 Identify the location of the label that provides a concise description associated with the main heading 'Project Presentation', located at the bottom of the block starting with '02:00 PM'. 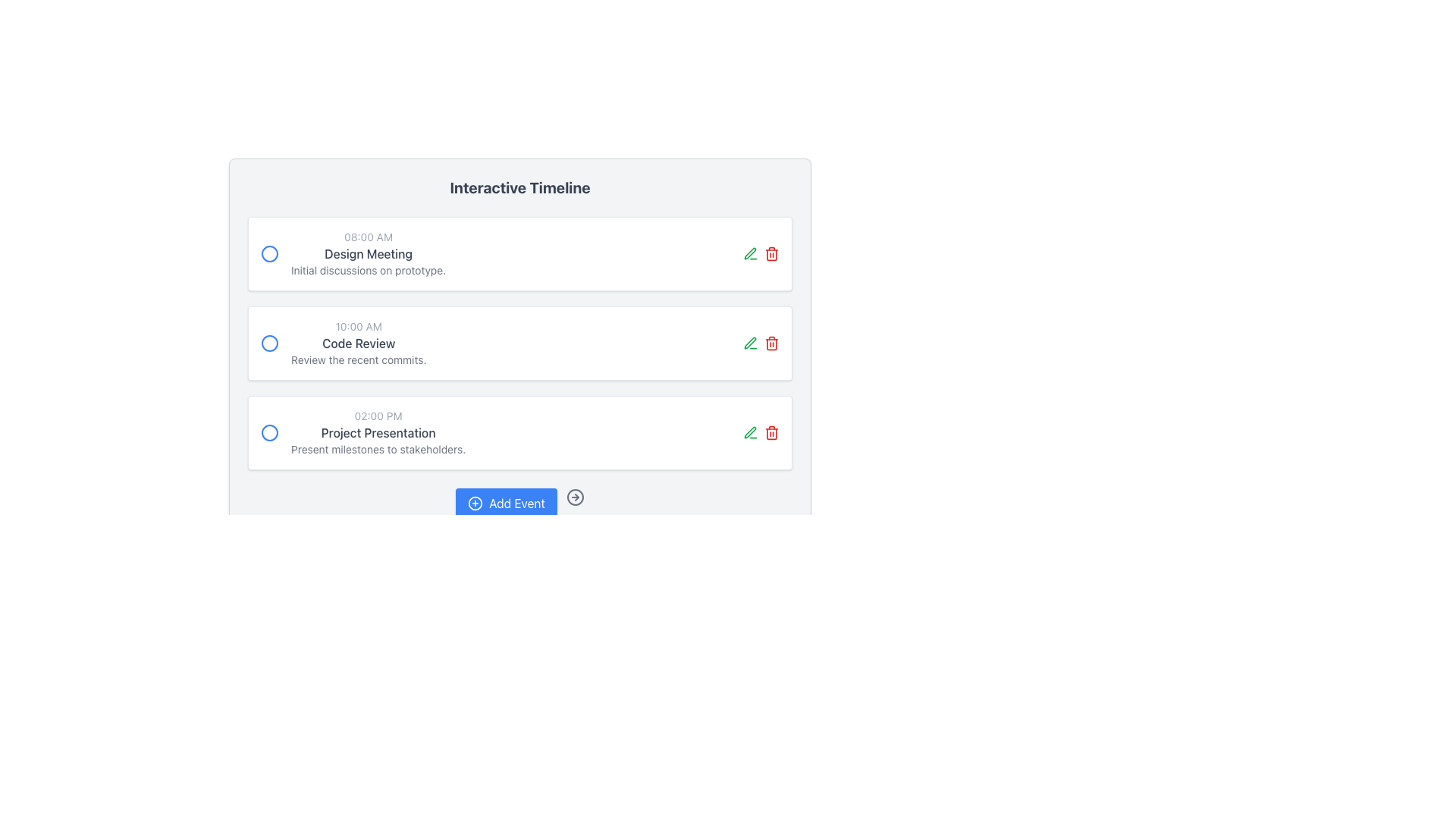
(378, 449).